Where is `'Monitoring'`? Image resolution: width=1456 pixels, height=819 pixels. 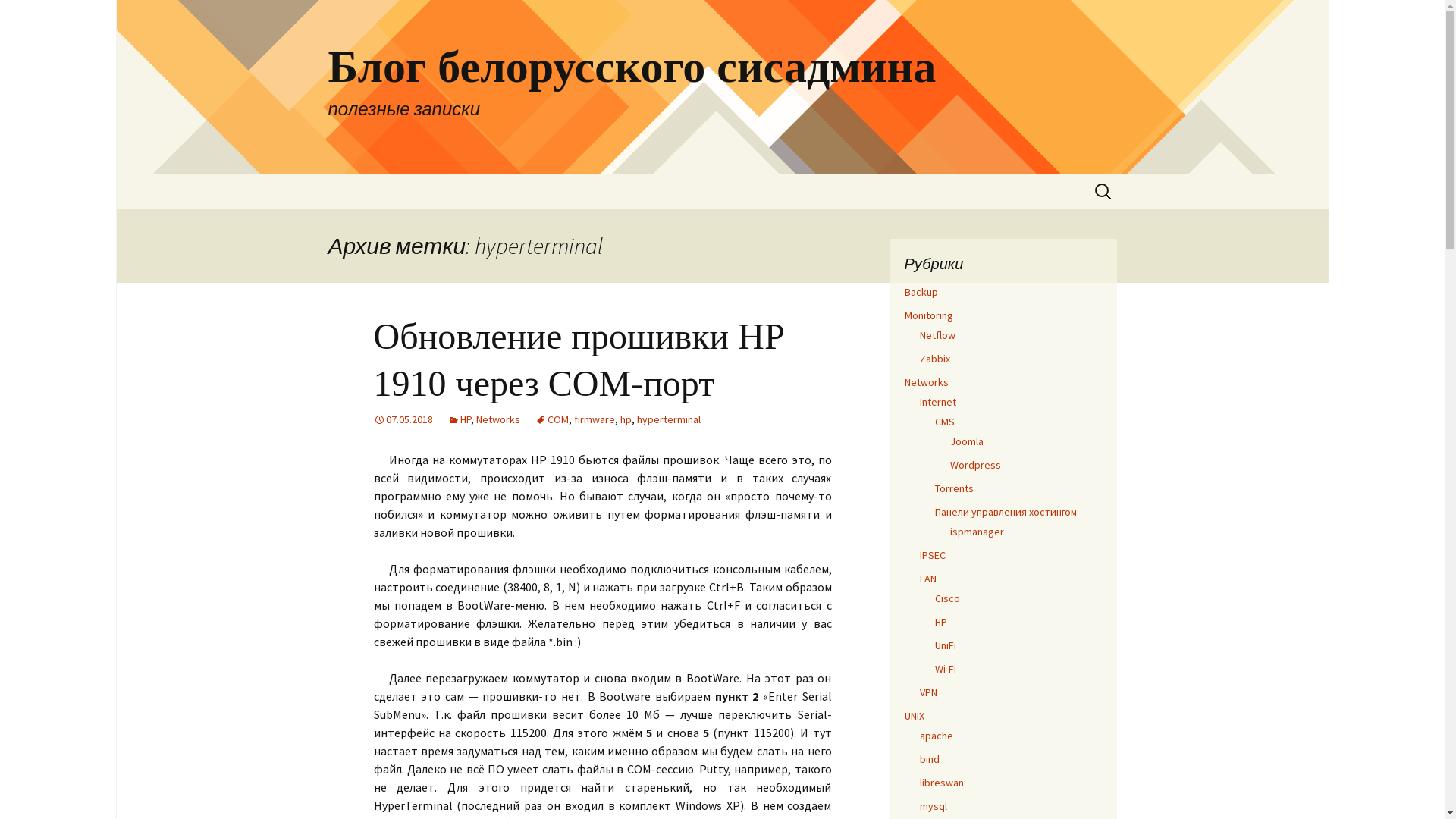 'Monitoring' is located at coordinates (927, 315).